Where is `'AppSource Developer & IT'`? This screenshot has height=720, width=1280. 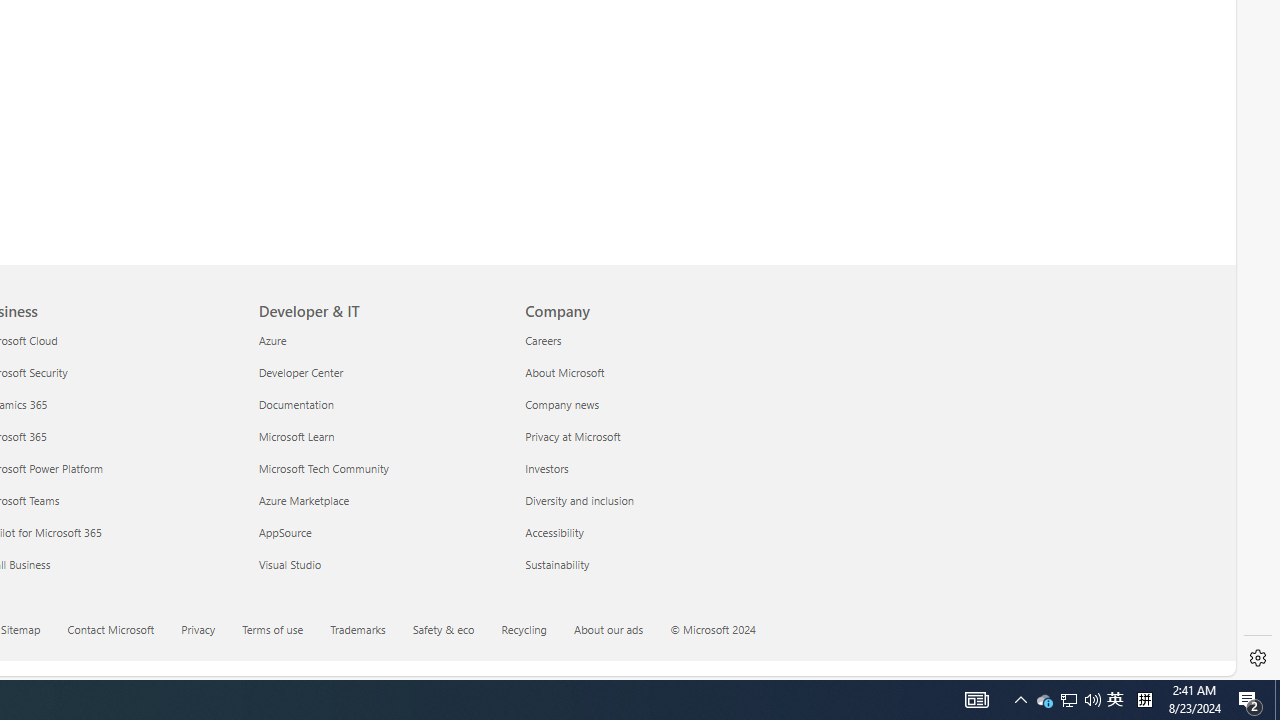
'AppSource Developer & IT' is located at coordinates (284, 531).